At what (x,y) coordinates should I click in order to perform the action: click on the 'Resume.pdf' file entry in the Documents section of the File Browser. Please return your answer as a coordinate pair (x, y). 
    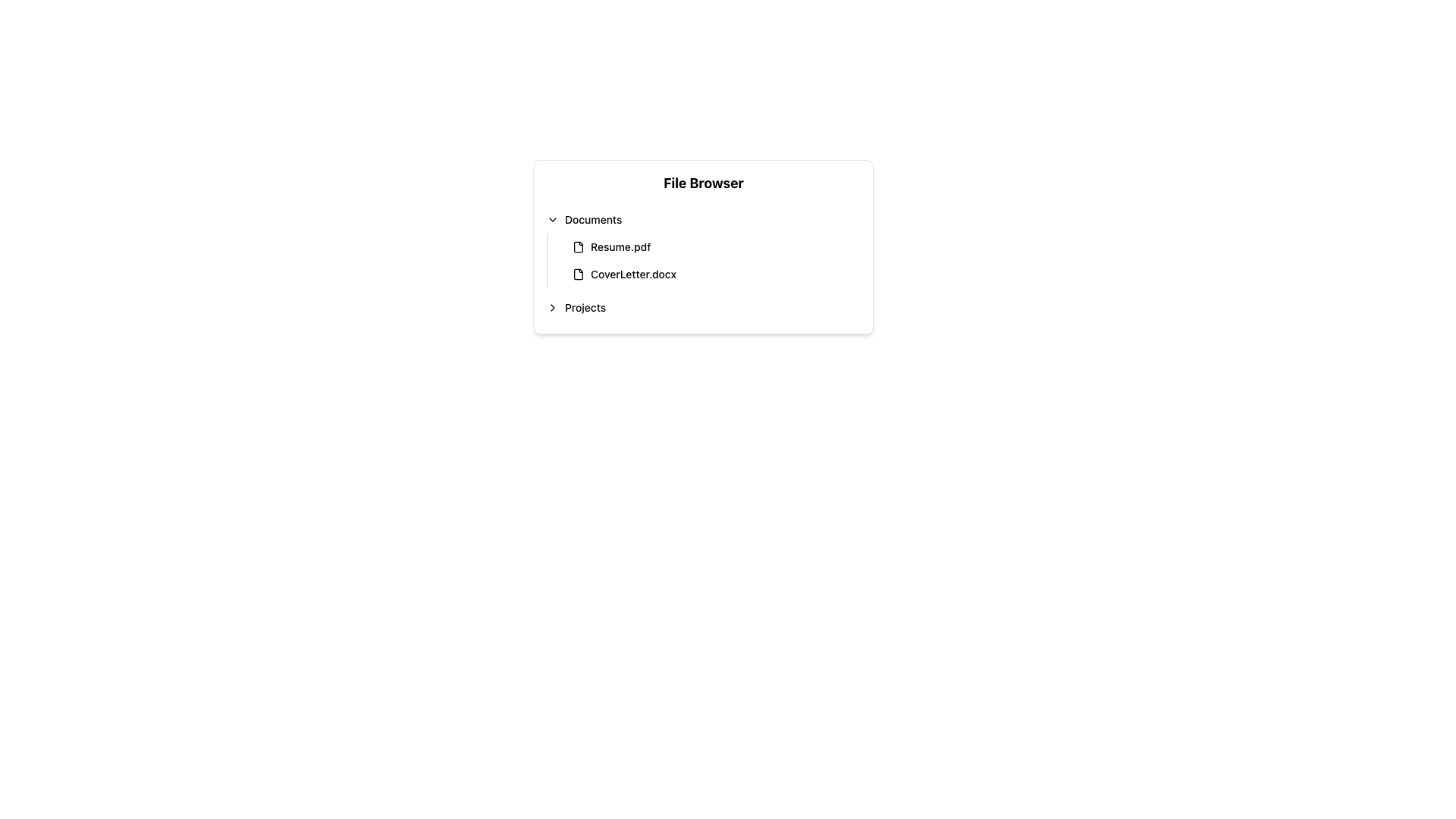
    Looking at the image, I should click on (709, 259).